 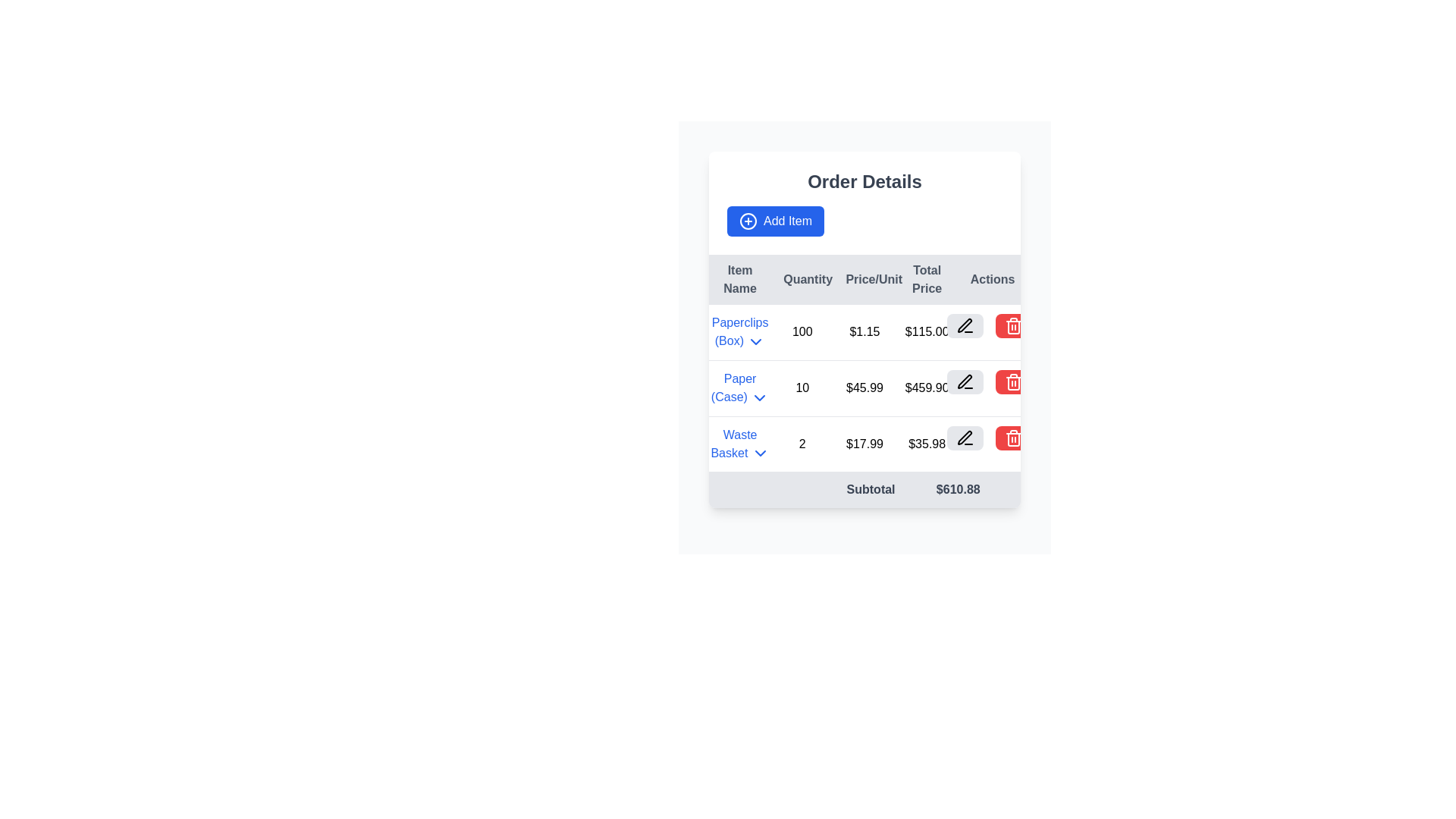 What do you see at coordinates (802, 444) in the screenshot?
I see `the text display that shows the quantity value of the 'Waste Basket' item in the table, located in the third row under the 'Quantity' column` at bounding box center [802, 444].